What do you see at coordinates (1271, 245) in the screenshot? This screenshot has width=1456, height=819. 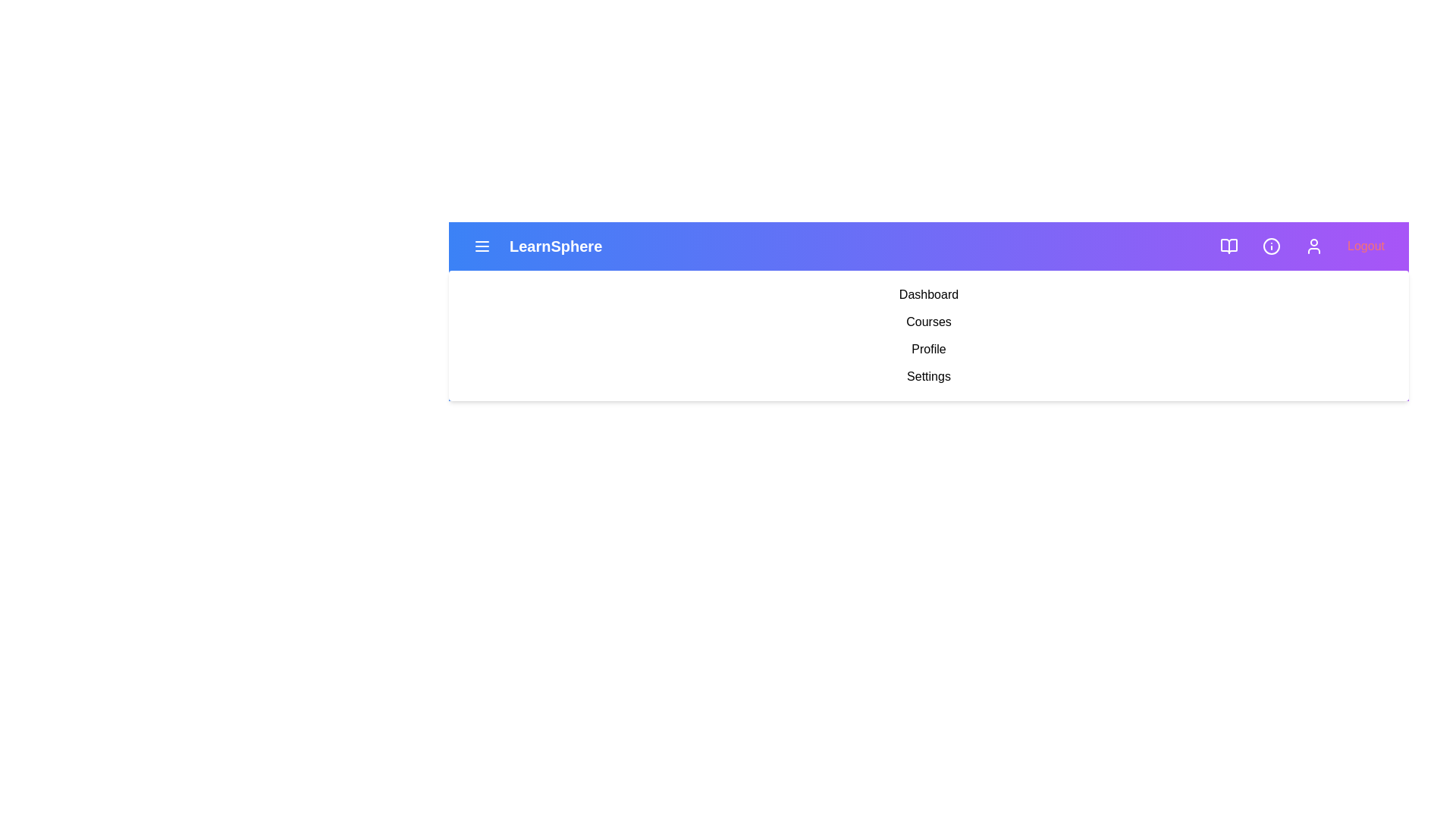 I see `the Info icon in the navigation bar` at bounding box center [1271, 245].